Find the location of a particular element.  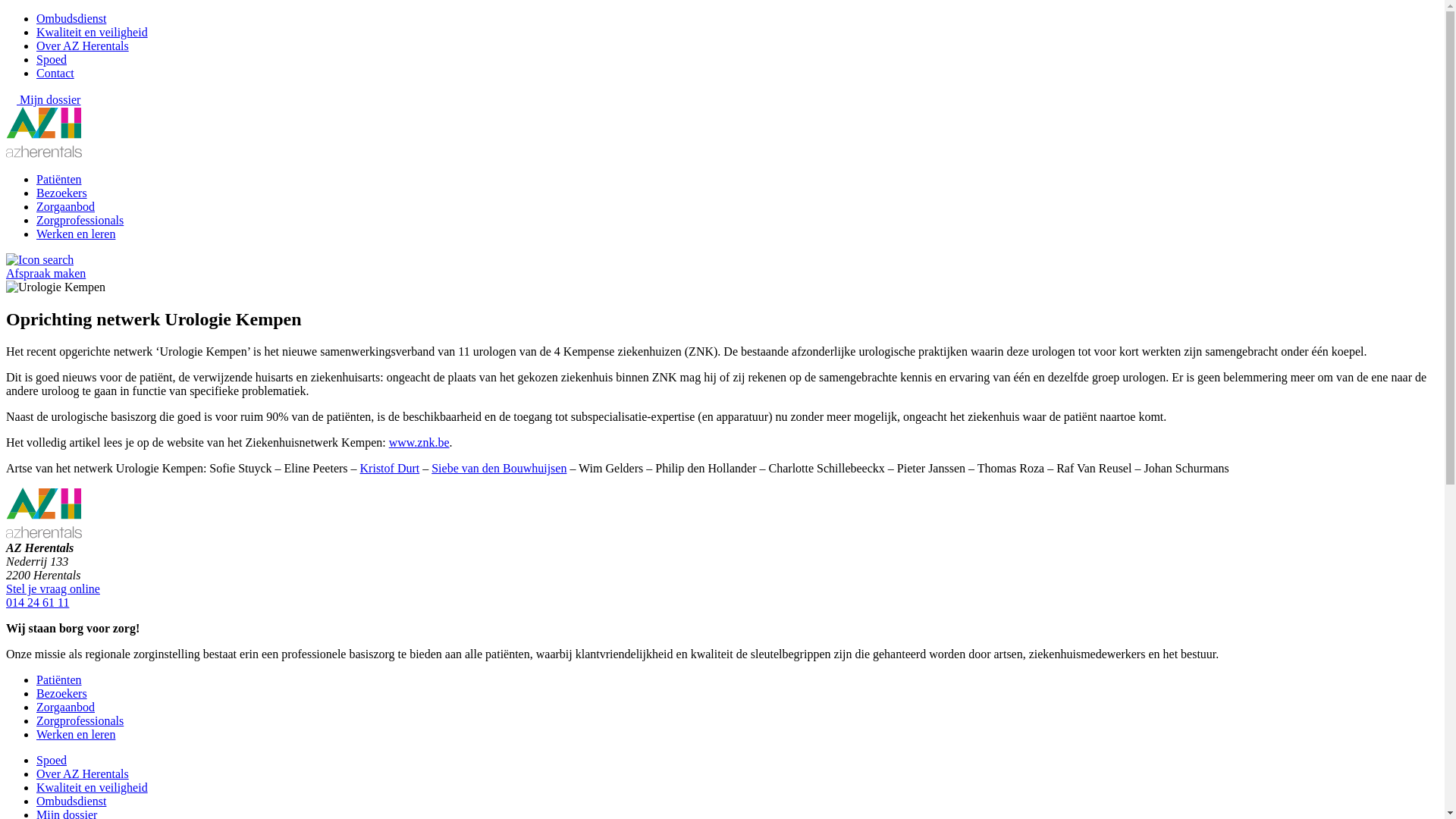

'Zorgprofessionals' is located at coordinates (79, 720).